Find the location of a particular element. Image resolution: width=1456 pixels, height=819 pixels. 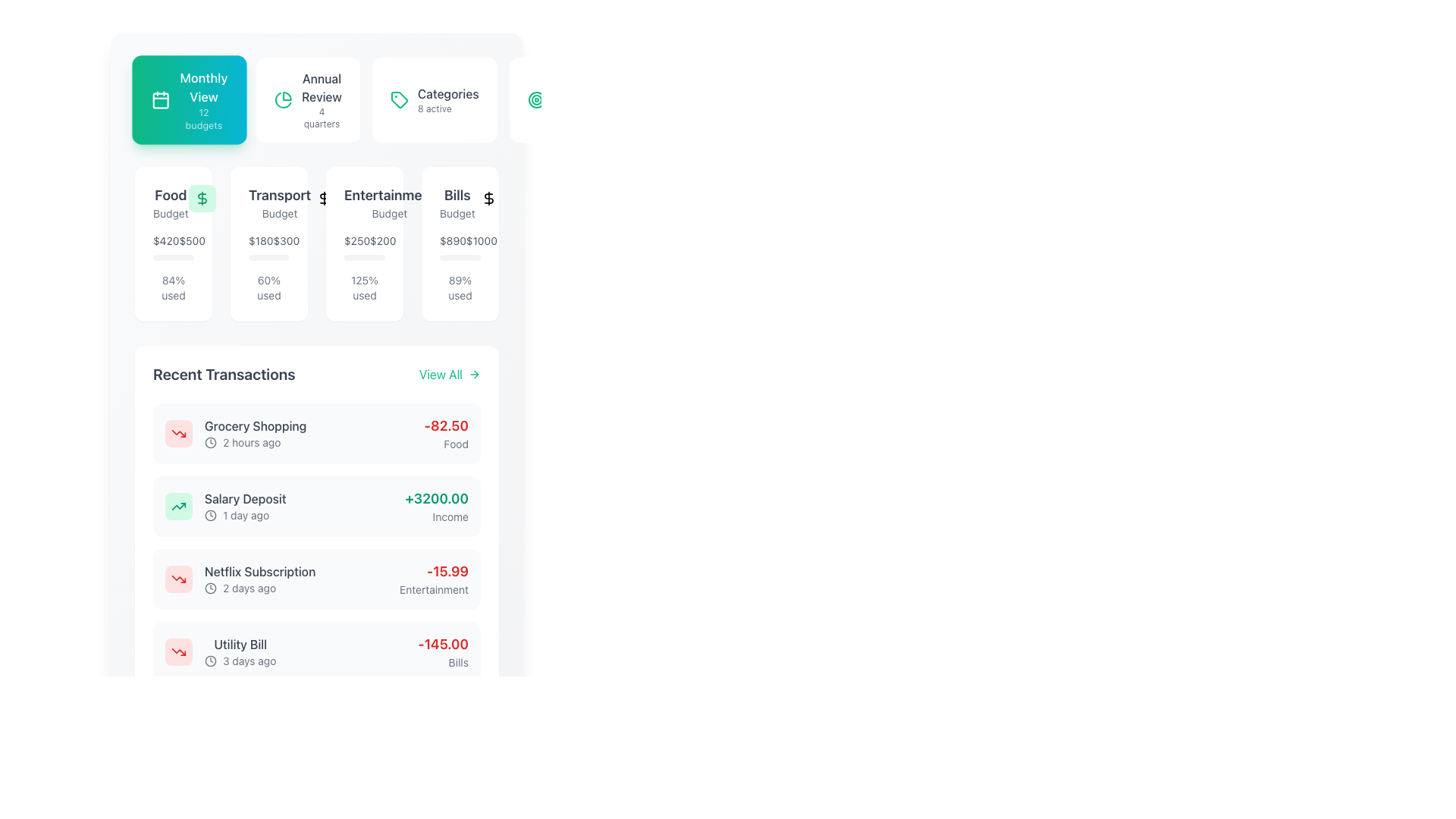

text of the 'Netflix Subscription' entry in the 'Recent Transactions' section, which includes a clock icon and is formatted with bold gray text and smaller lighter gray text is located at coordinates (260, 579).